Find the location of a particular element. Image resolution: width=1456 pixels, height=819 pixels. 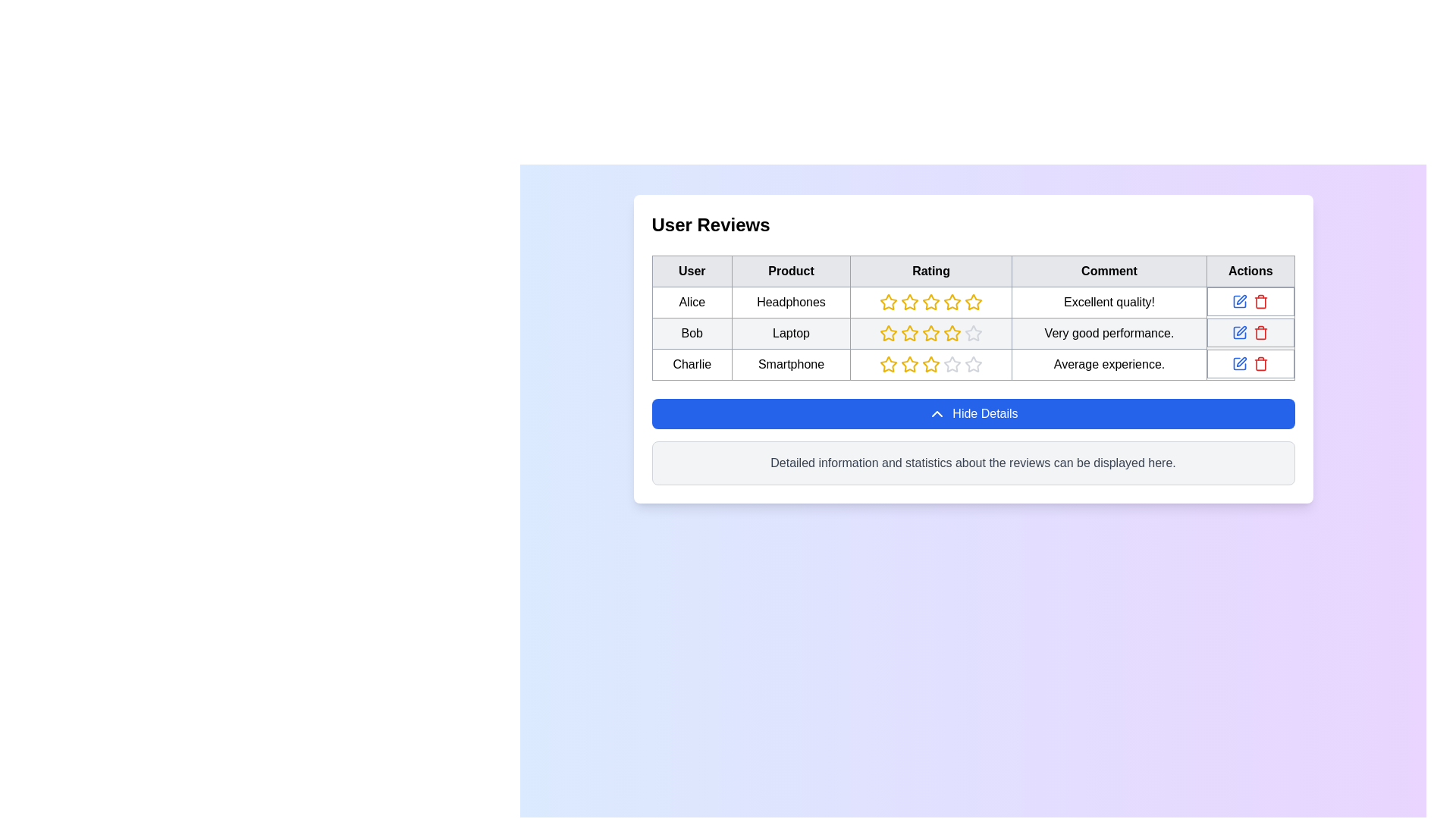

text label in the 'Comment' column of the 'User Reviews' table corresponding to 'Alice' and 'Headphones'. This is the primary content in the fourth cell of this row is located at coordinates (1109, 302).